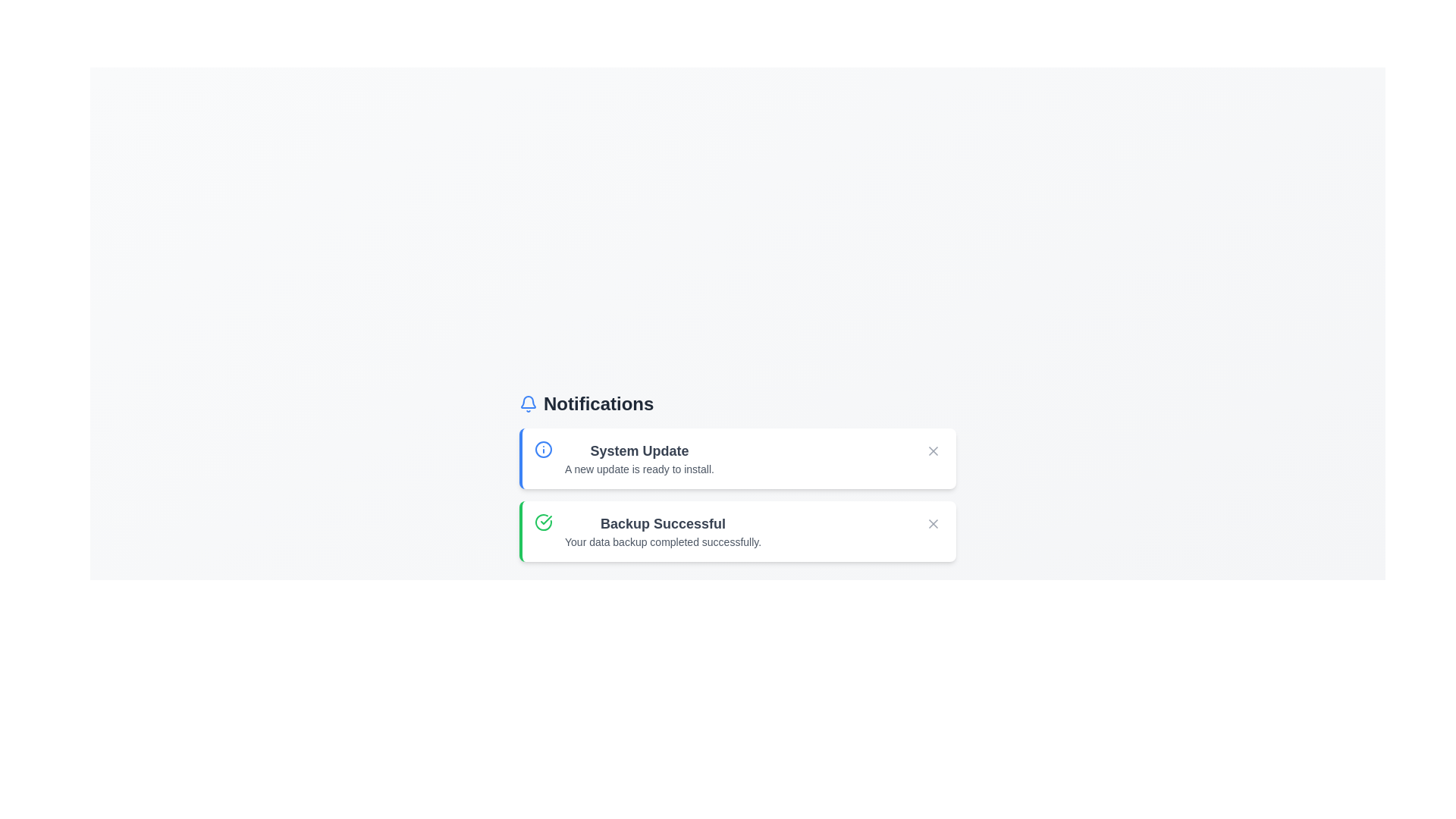 The height and width of the screenshot is (819, 1456). I want to click on the notification card titled 'Backup Successful' with a green left border and a checkmark icon, located in the lower central area of the notification section, so click(738, 531).